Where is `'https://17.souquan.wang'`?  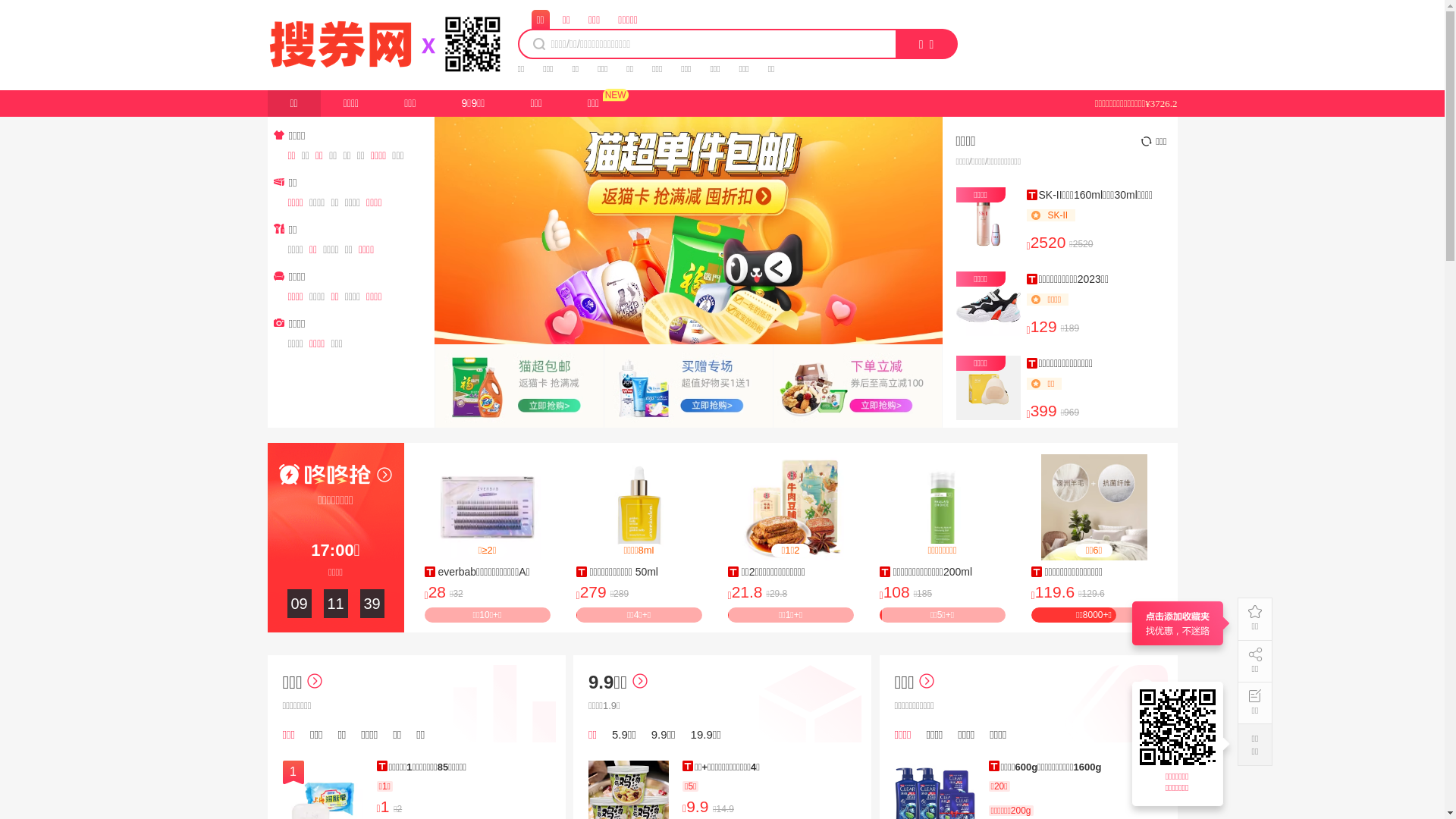
'https://17.souquan.wang' is located at coordinates (1139, 726).